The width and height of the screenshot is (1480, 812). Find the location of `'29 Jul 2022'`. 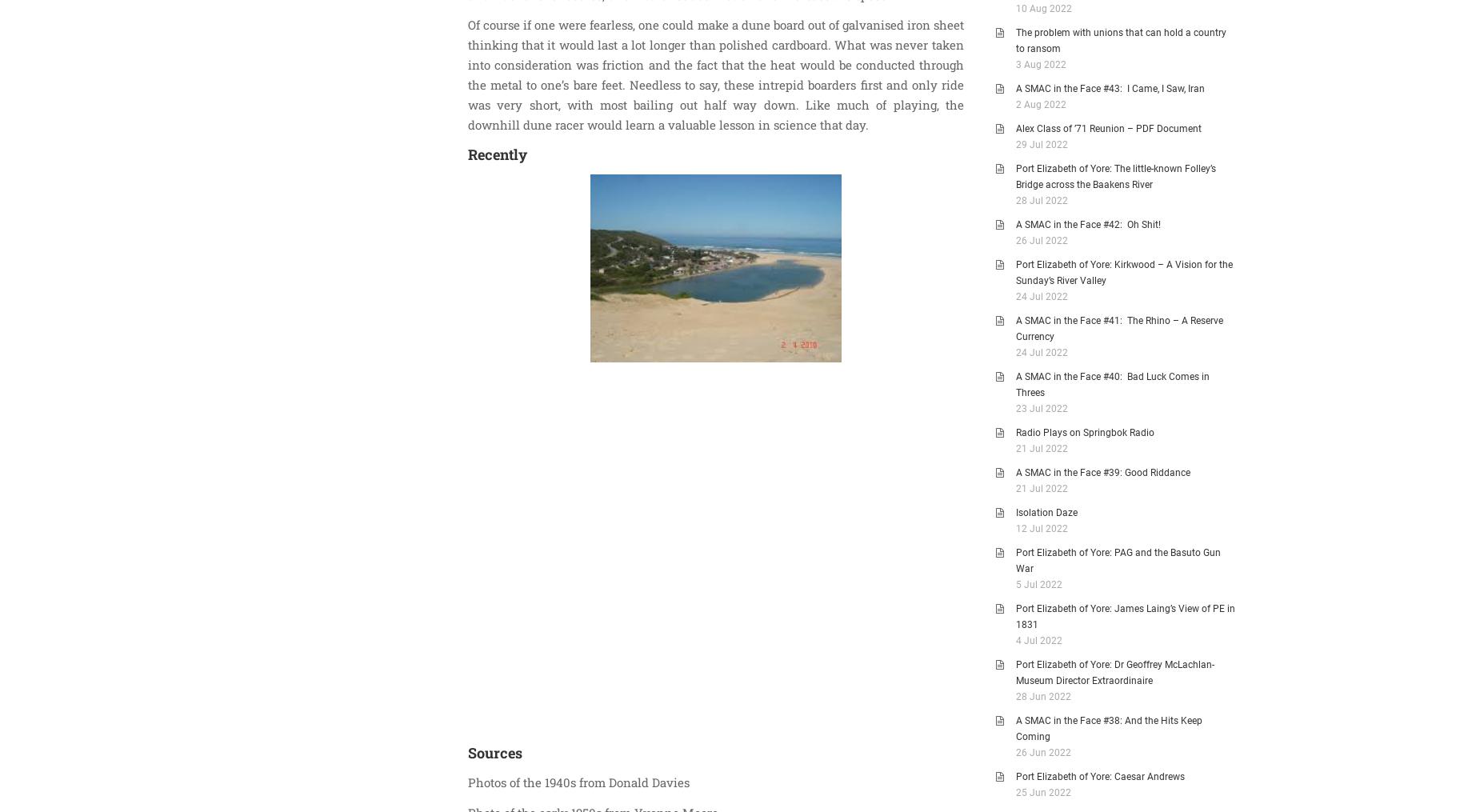

'29 Jul 2022' is located at coordinates (1041, 143).